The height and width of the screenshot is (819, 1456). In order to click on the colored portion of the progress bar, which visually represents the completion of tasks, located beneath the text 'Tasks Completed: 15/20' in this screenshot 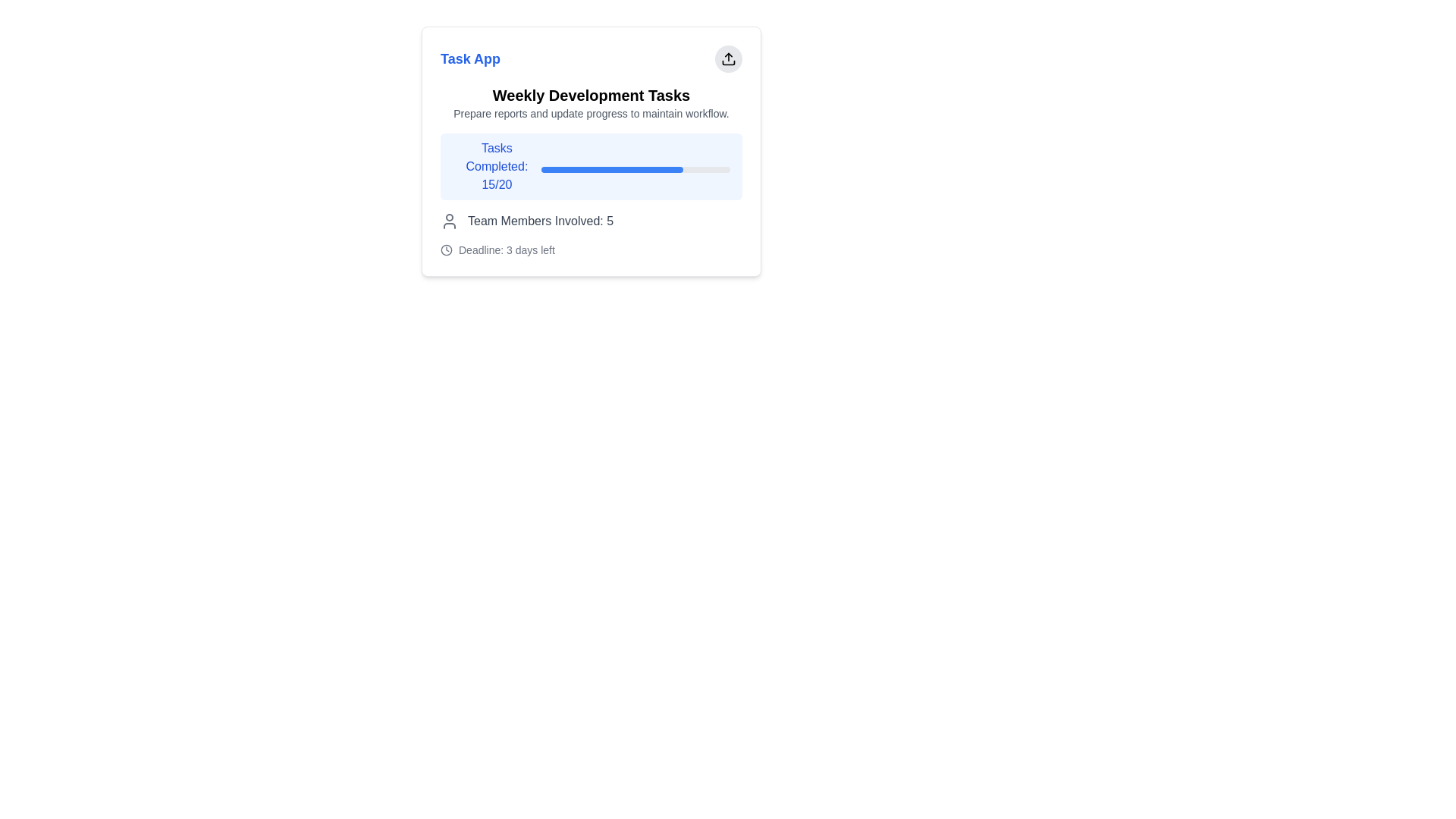, I will do `click(612, 169)`.